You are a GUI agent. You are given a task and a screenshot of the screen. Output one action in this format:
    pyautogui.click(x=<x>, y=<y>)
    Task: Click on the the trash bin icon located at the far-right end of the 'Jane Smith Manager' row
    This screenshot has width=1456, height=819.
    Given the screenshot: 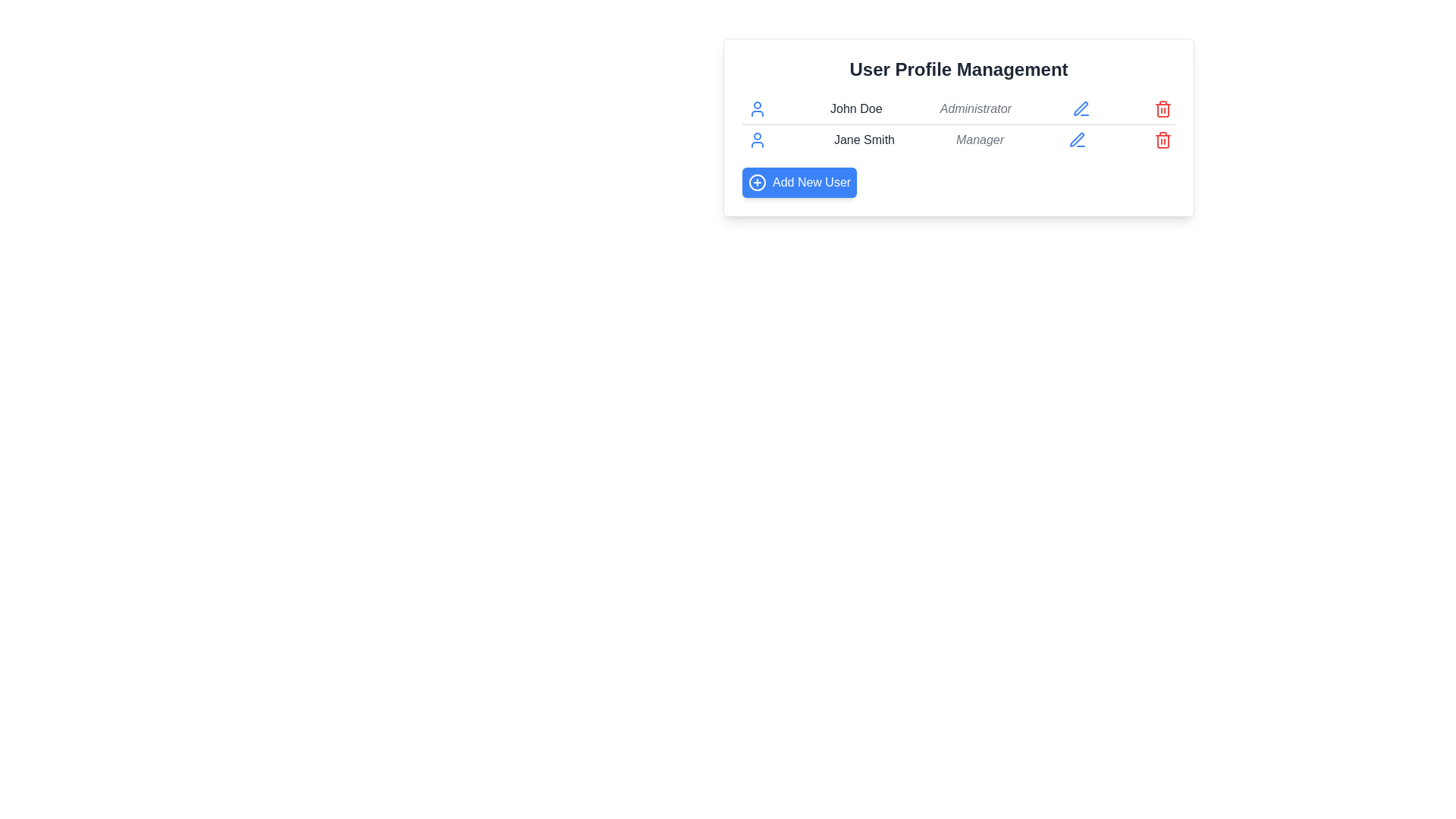 What is the action you would take?
    pyautogui.click(x=1162, y=140)
    